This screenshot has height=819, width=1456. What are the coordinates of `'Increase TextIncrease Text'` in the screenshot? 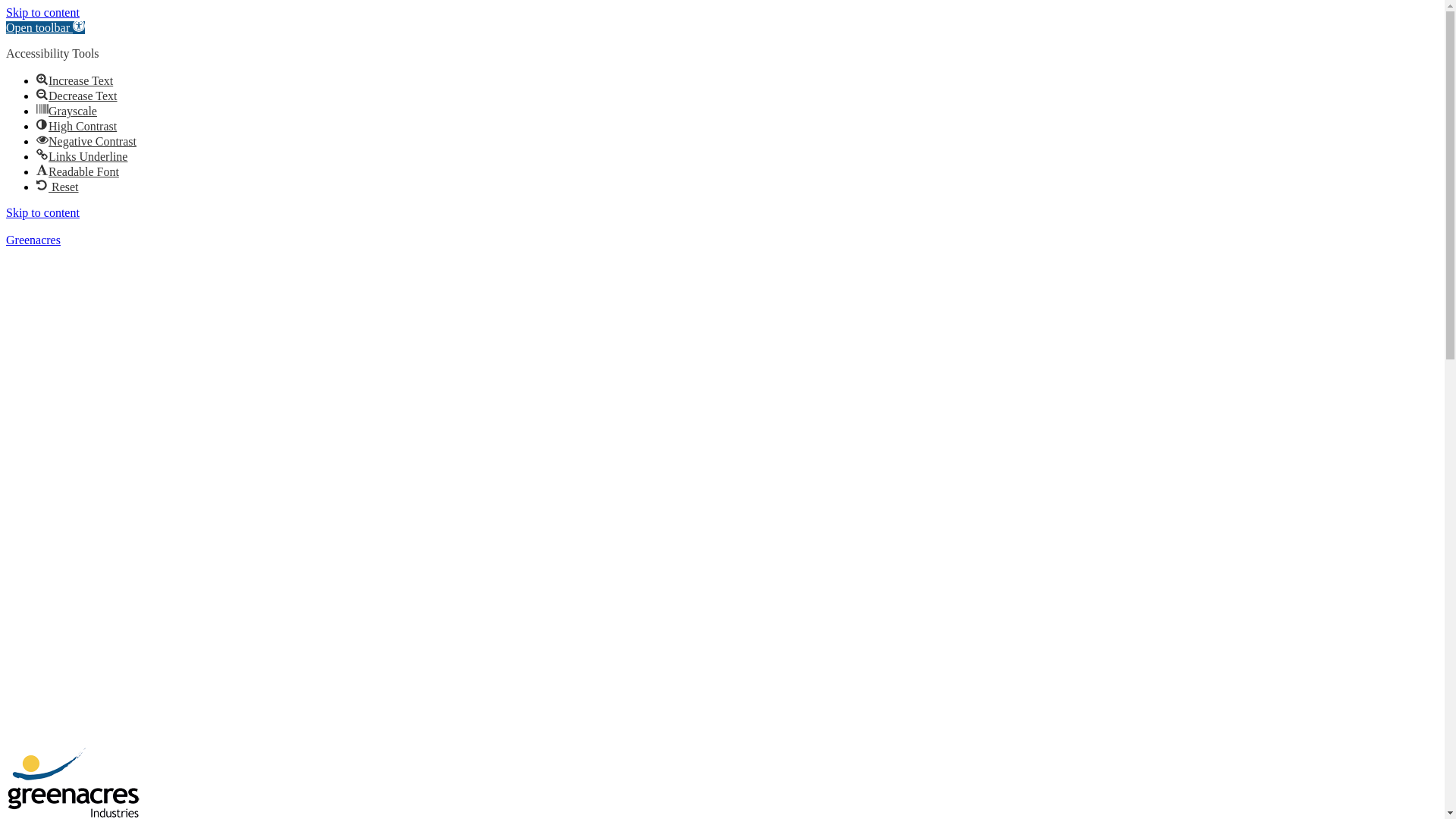 It's located at (74, 80).